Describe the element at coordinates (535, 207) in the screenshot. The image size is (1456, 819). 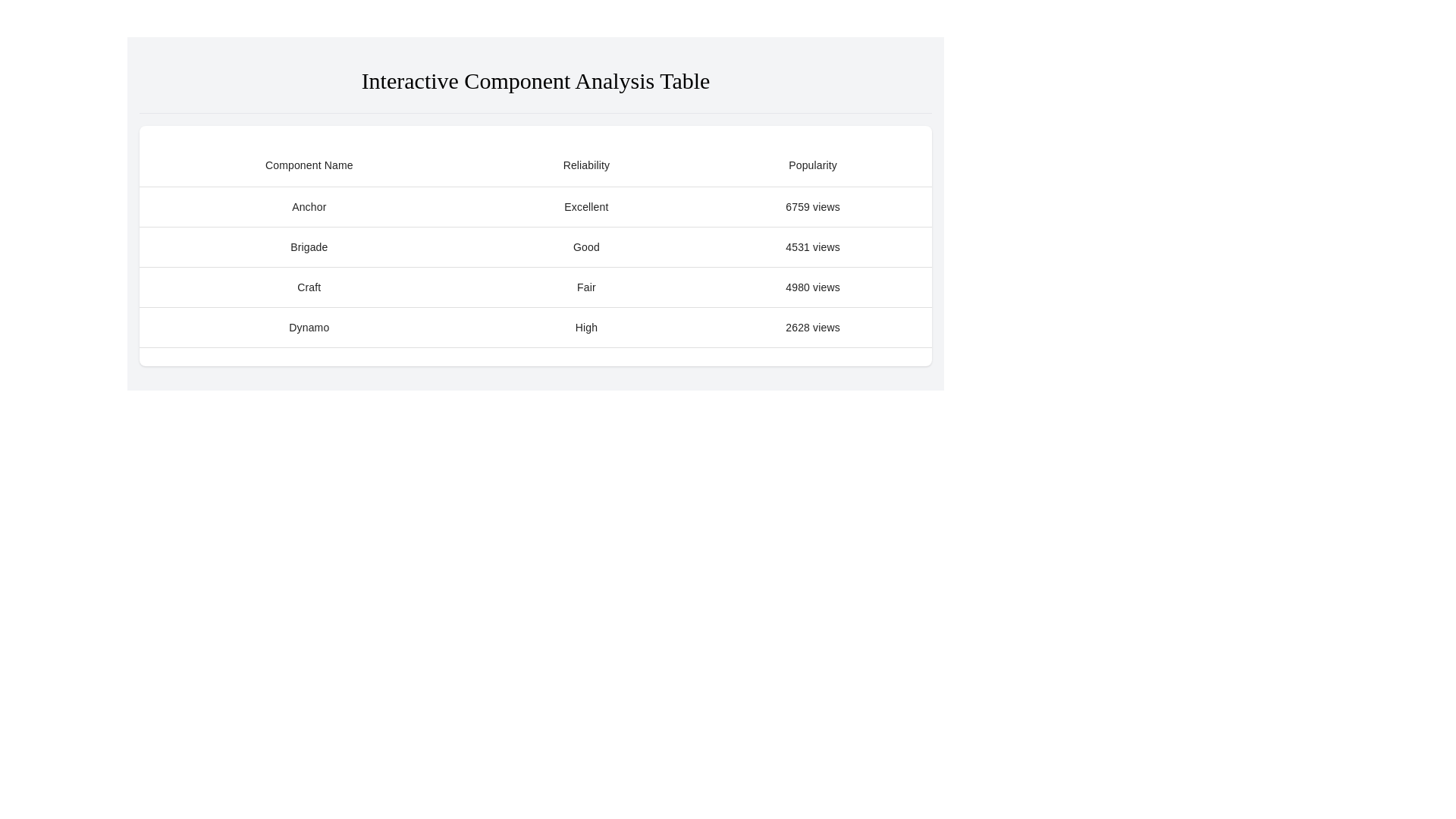
I see `the first row of the table displaying 'Anchor', 'Excellent', and '6759 views'` at that location.